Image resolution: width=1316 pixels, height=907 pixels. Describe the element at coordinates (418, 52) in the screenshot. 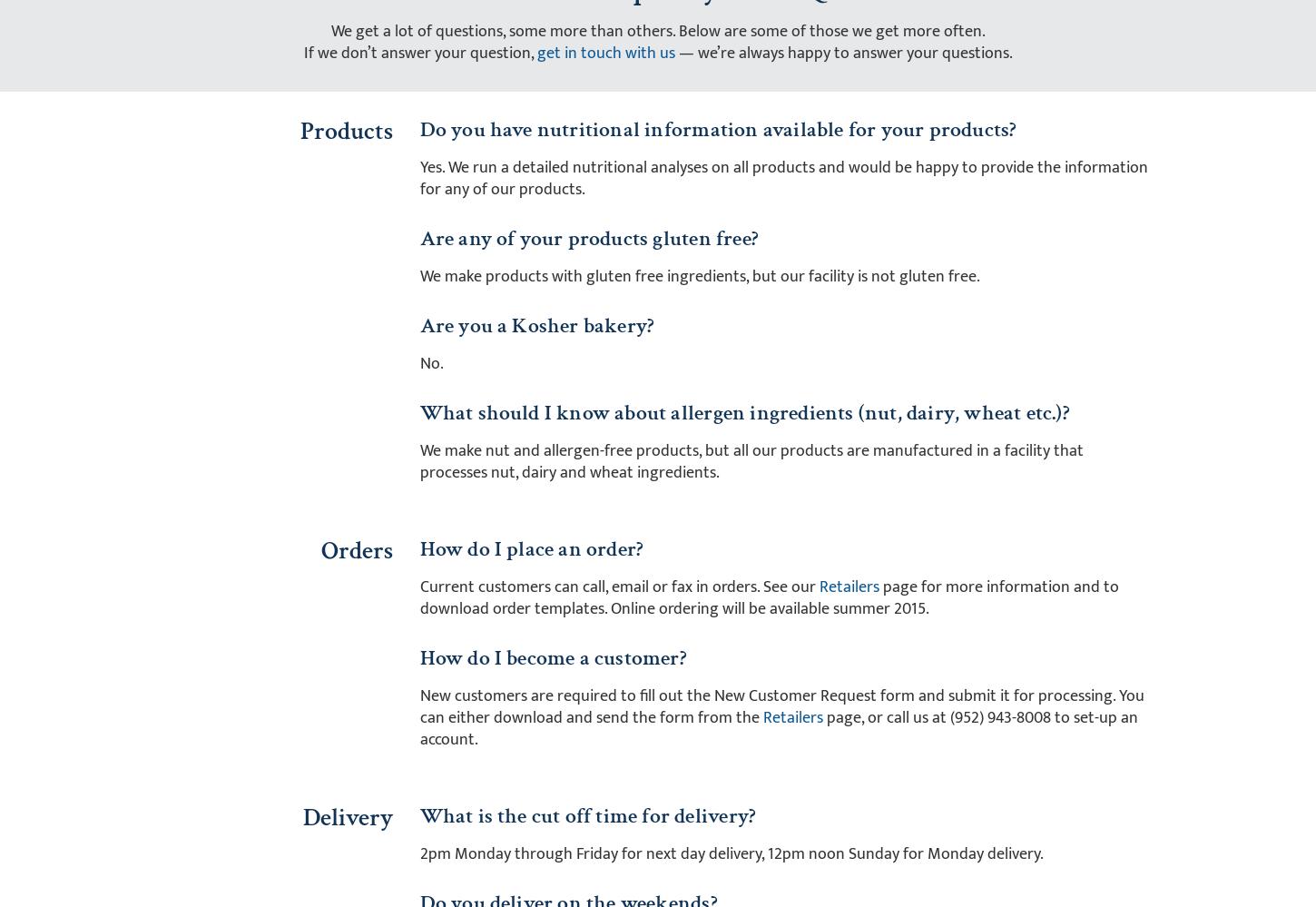

I see `'If we don’t answer your question,'` at that location.